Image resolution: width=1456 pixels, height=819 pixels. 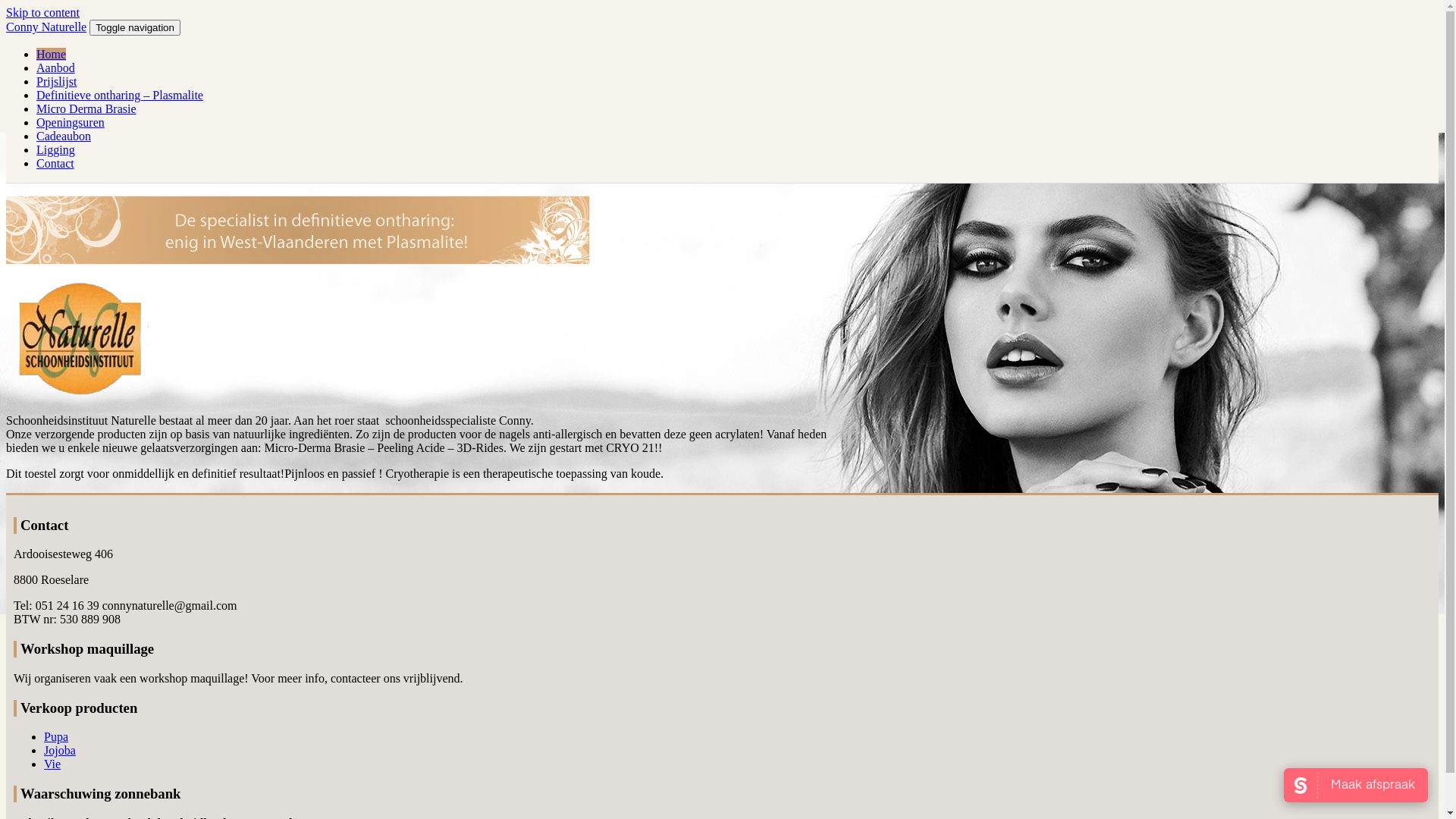 What do you see at coordinates (62, 135) in the screenshot?
I see `'Cadeaubon'` at bounding box center [62, 135].